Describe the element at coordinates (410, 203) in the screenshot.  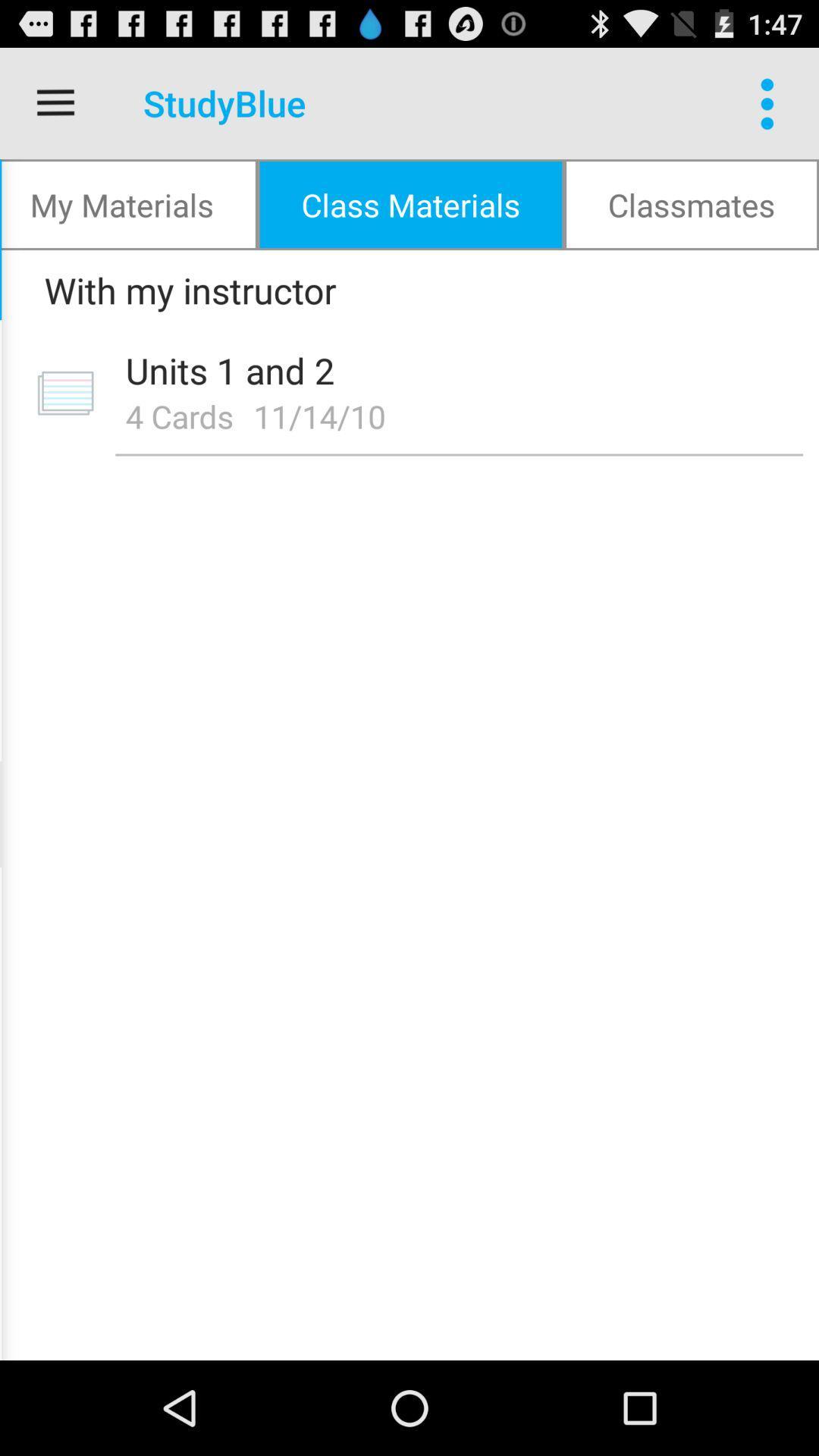
I see `the icon next to the classmates` at that location.